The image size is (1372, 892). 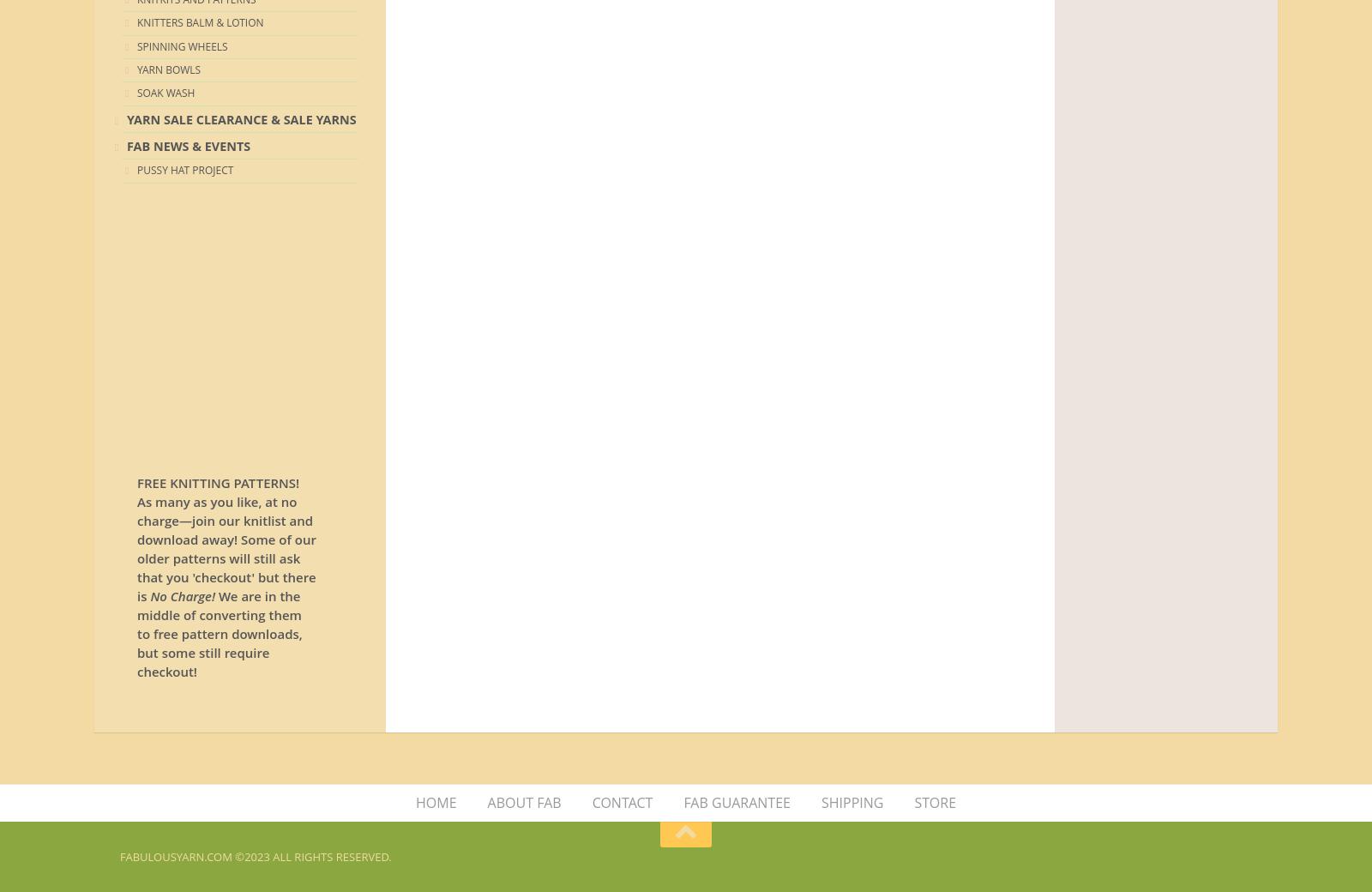 What do you see at coordinates (524, 801) in the screenshot?
I see `'ABOUT FAB'` at bounding box center [524, 801].